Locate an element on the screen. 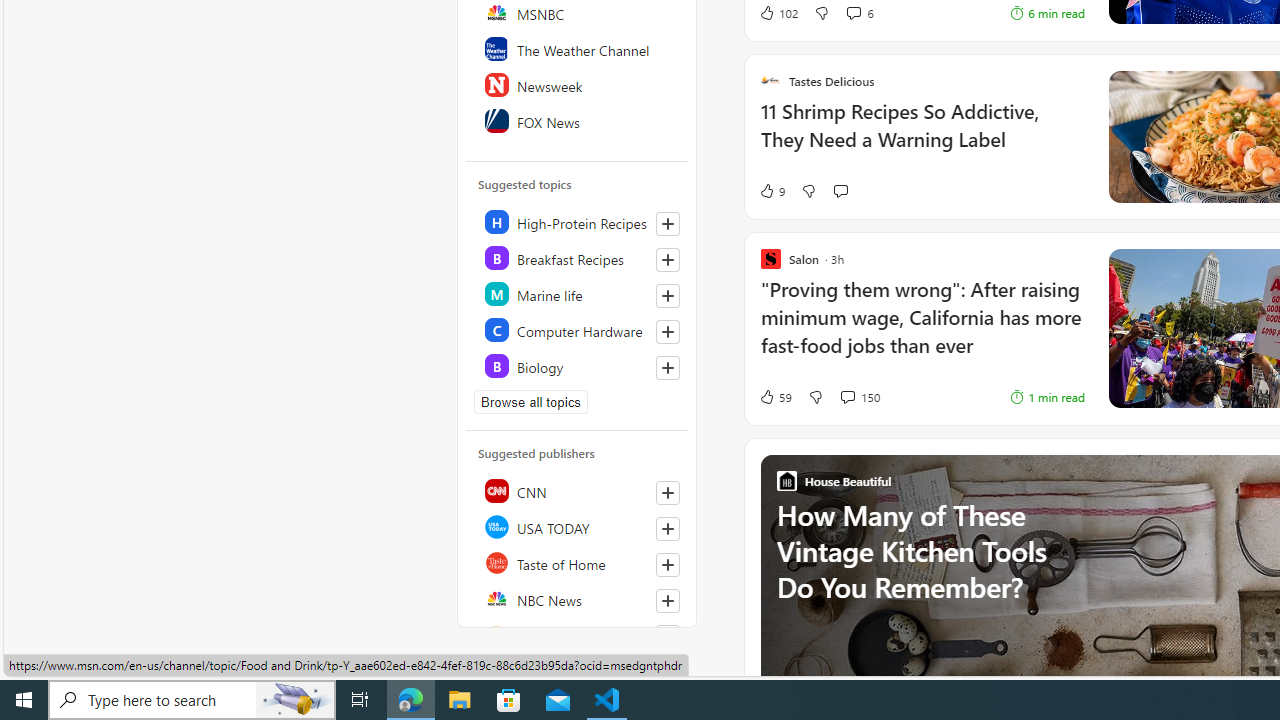 Image resolution: width=1280 pixels, height=720 pixels. '9 Like' is located at coordinates (770, 191).